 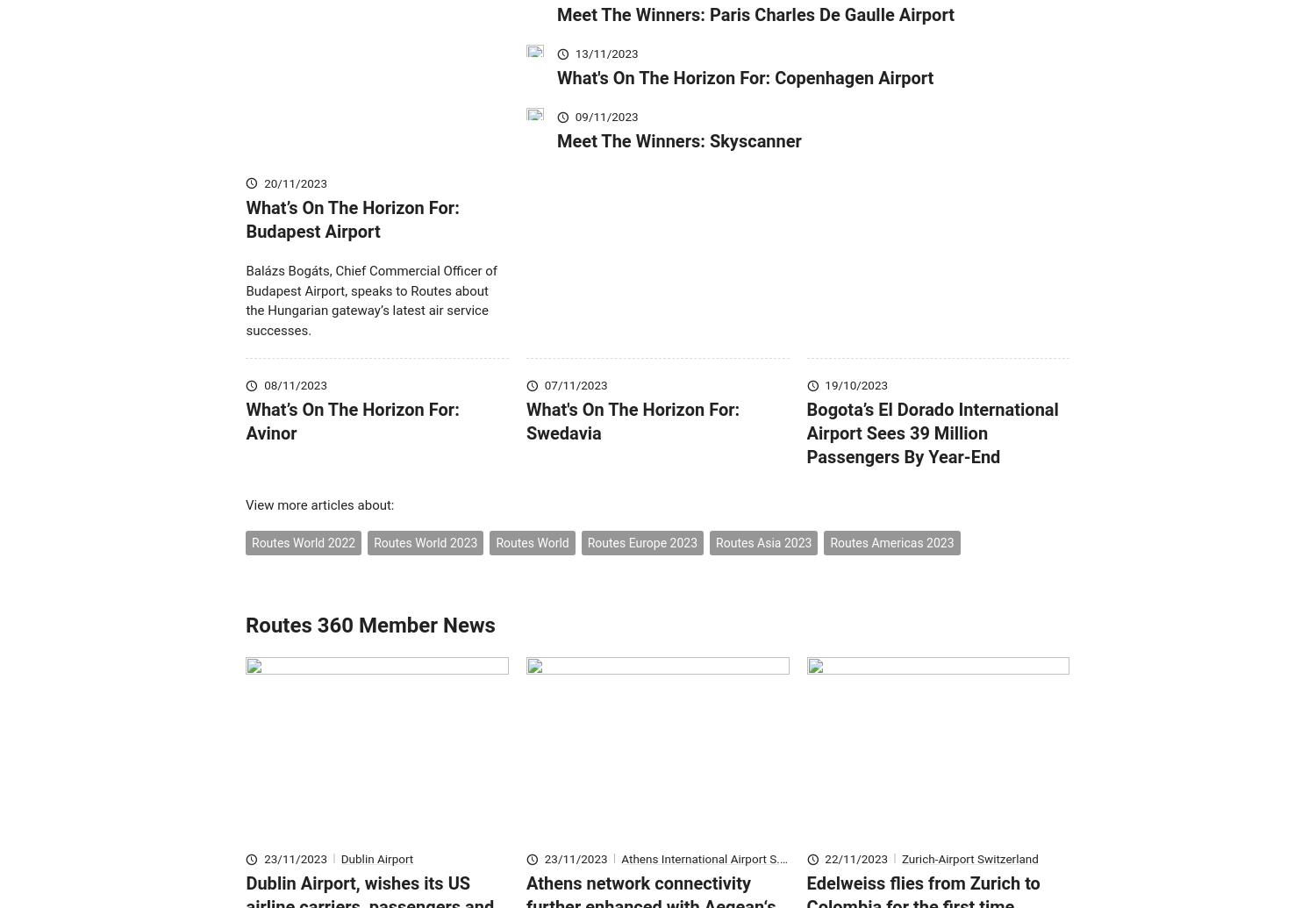 What do you see at coordinates (743, 104) in the screenshot?
I see `'What's On The Horizon For: Copenhagen Airport'` at bounding box center [743, 104].